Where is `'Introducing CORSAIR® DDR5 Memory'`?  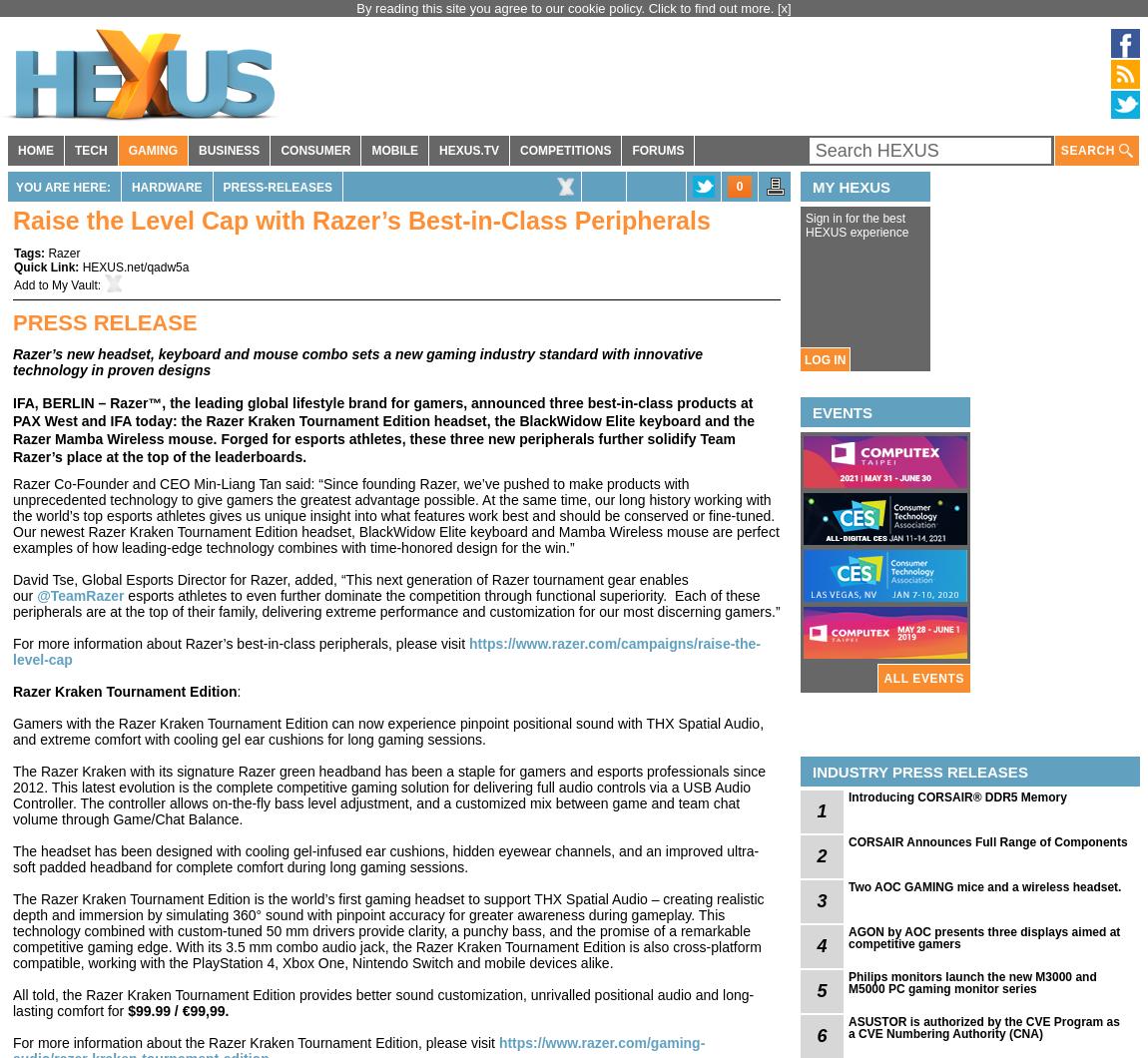
'Introducing CORSAIR® DDR5 Memory' is located at coordinates (956, 797).